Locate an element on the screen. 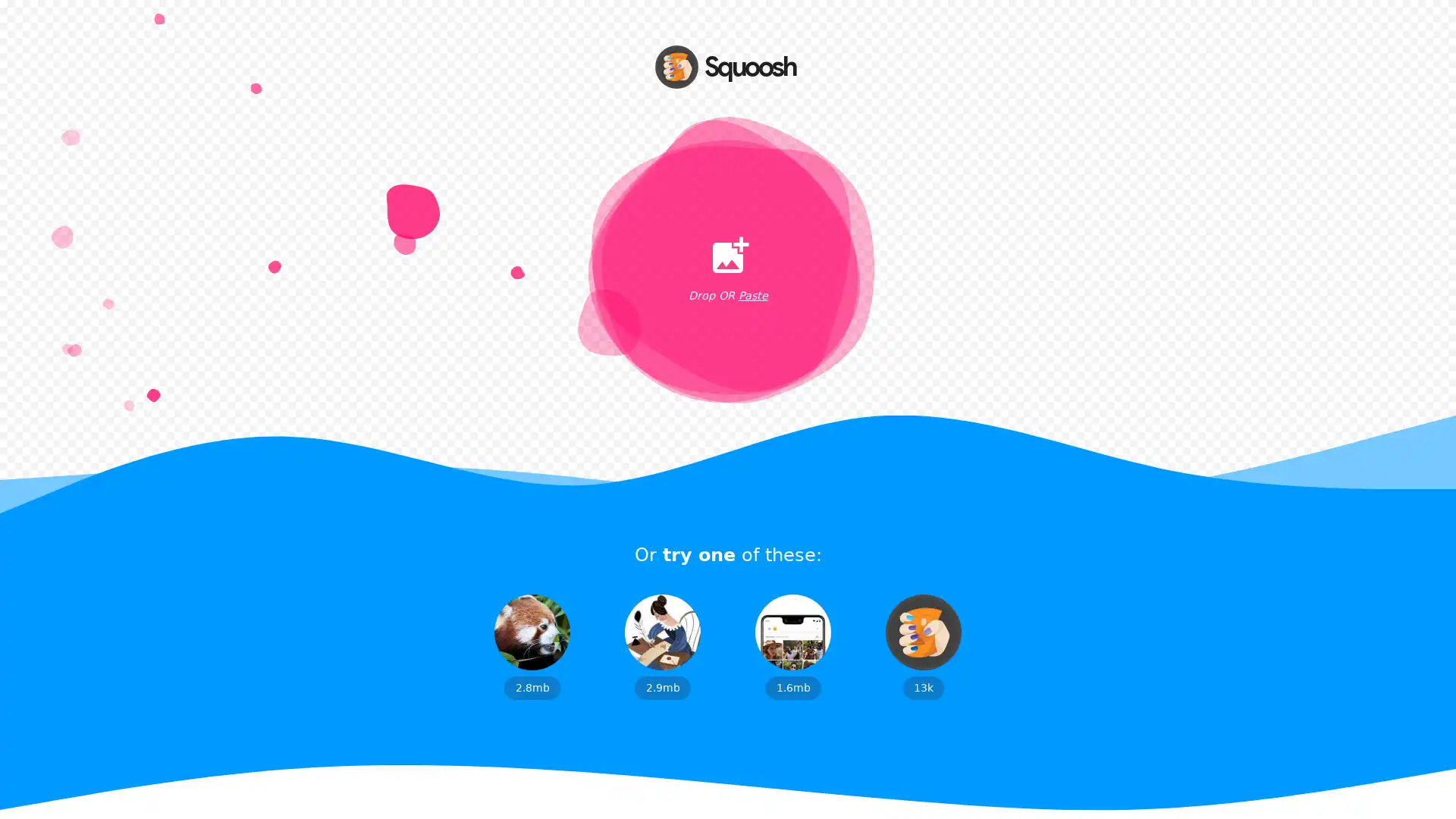  SVG icon 13k is located at coordinates (923, 646).